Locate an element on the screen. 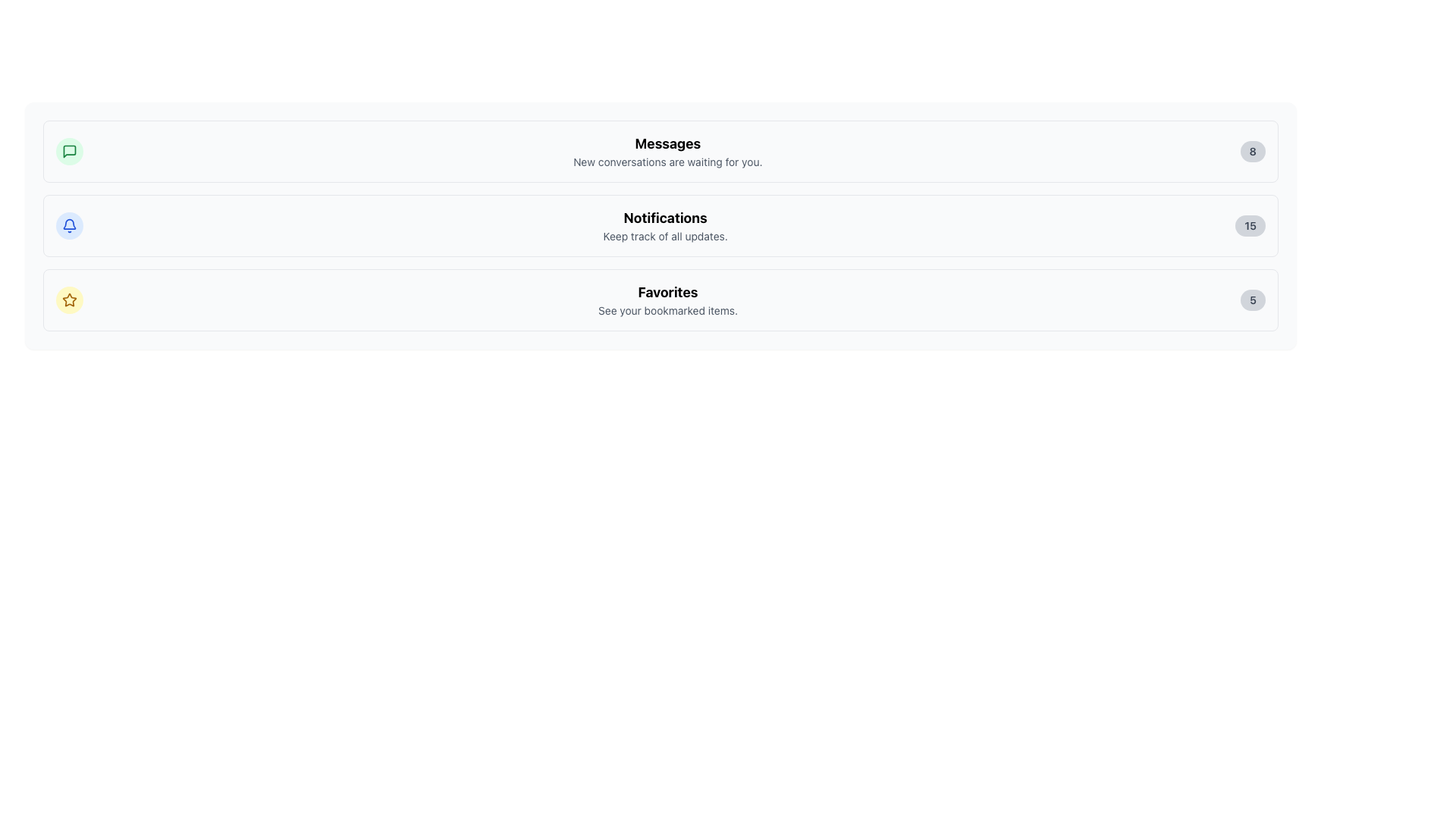  the speech bubble icon is located at coordinates (68, 152).